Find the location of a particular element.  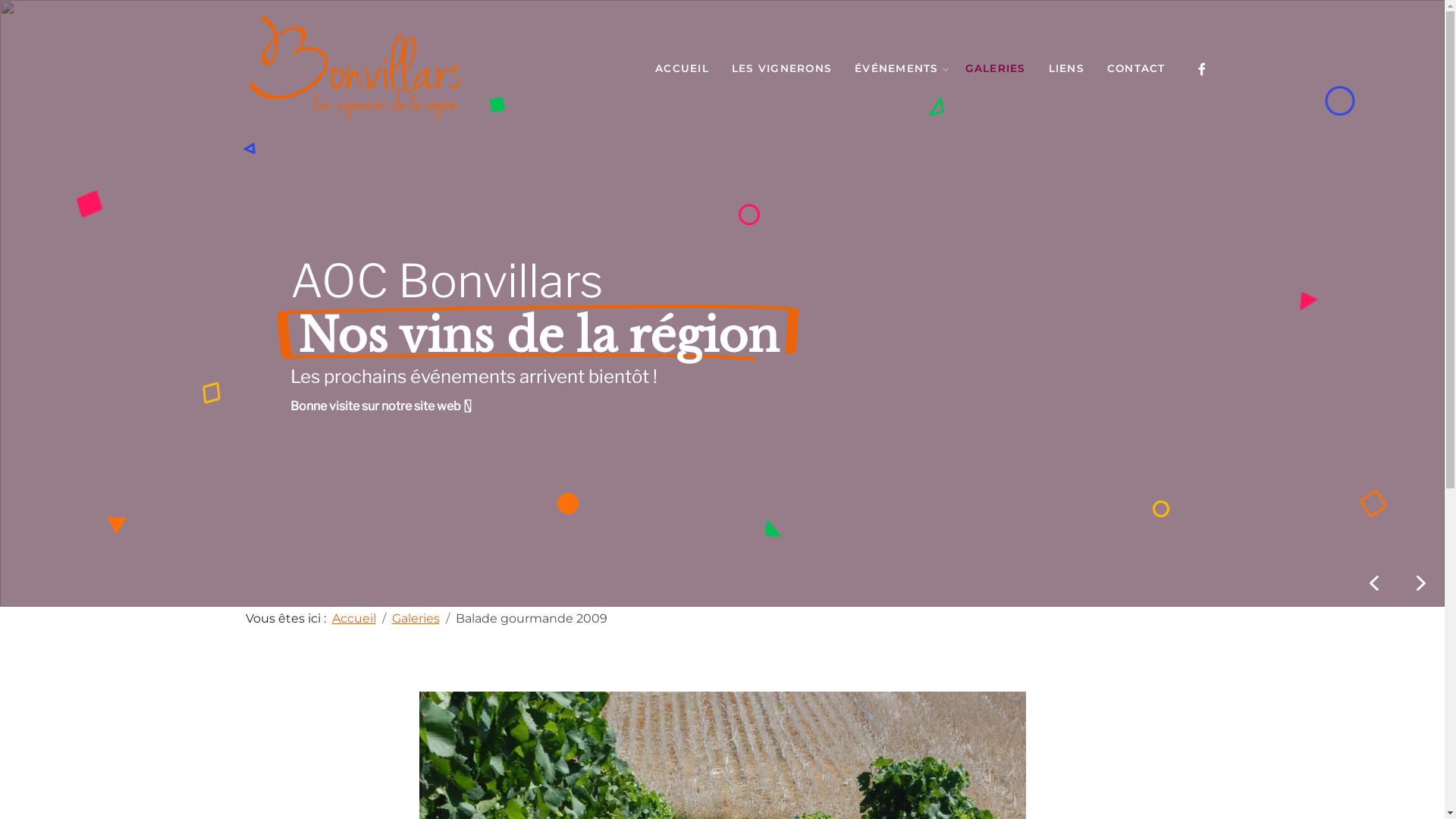

'CONTACT' is located at coordinates (1136, 67).